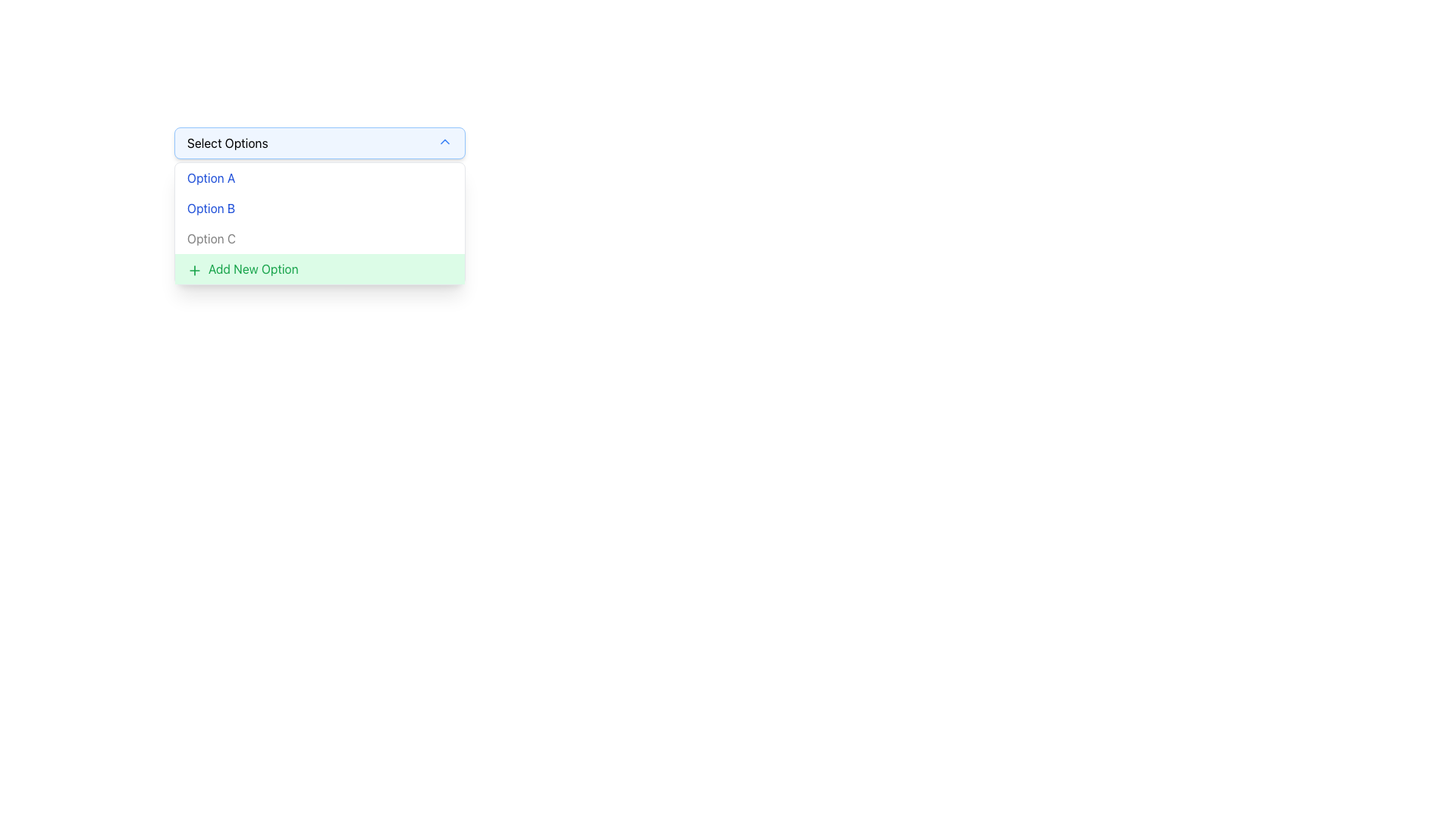 This screenshot has width=1456, height=819. I want to click on the dropdown menu option labeled 'Option B' by clicking on it, so click(319, 208).